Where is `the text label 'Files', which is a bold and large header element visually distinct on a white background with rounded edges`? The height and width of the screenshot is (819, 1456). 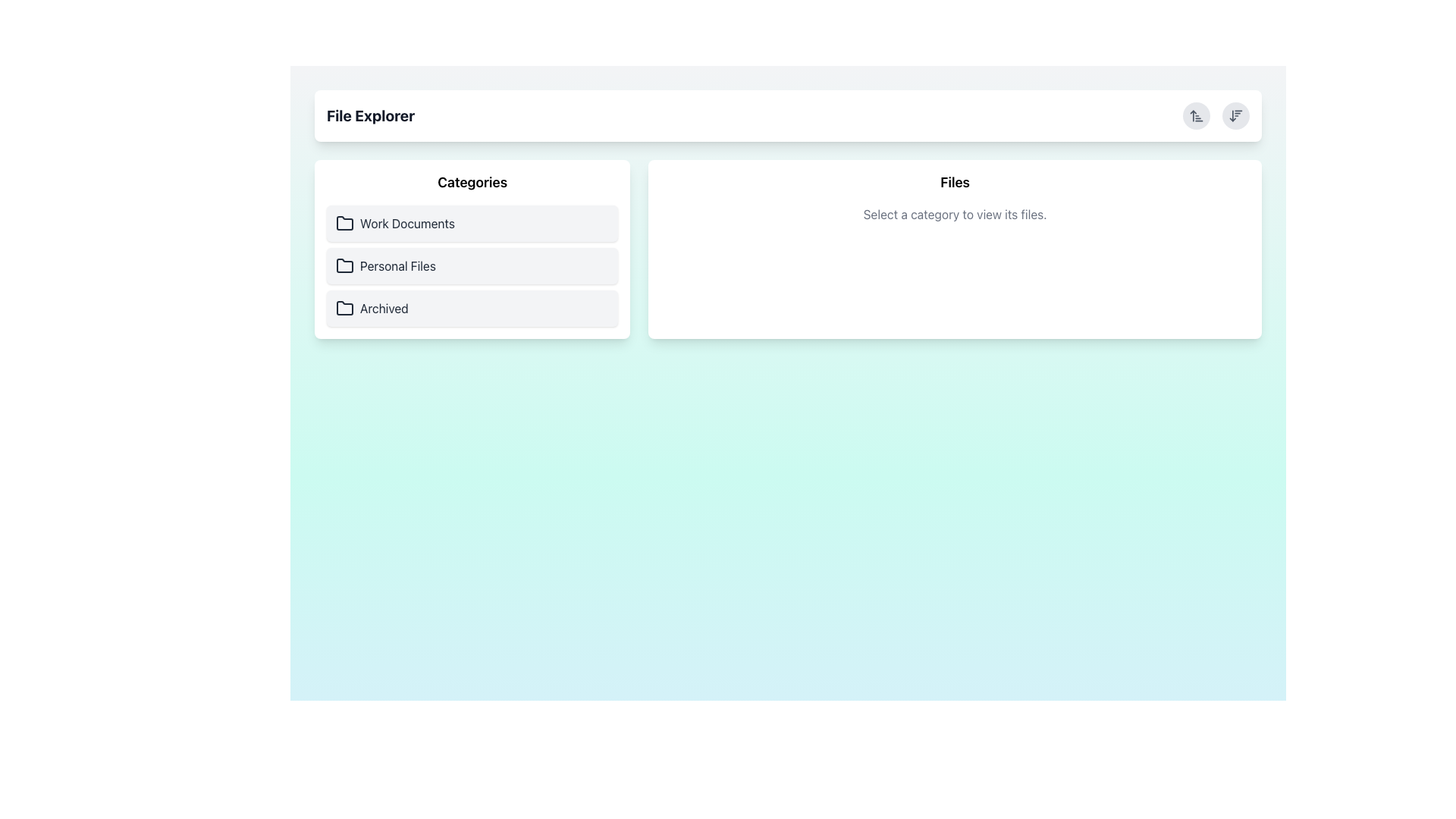 the text label 'Files', which is a bold and large header element visually distinct on a white background with rounded edges is located at coordinates (954, 181).